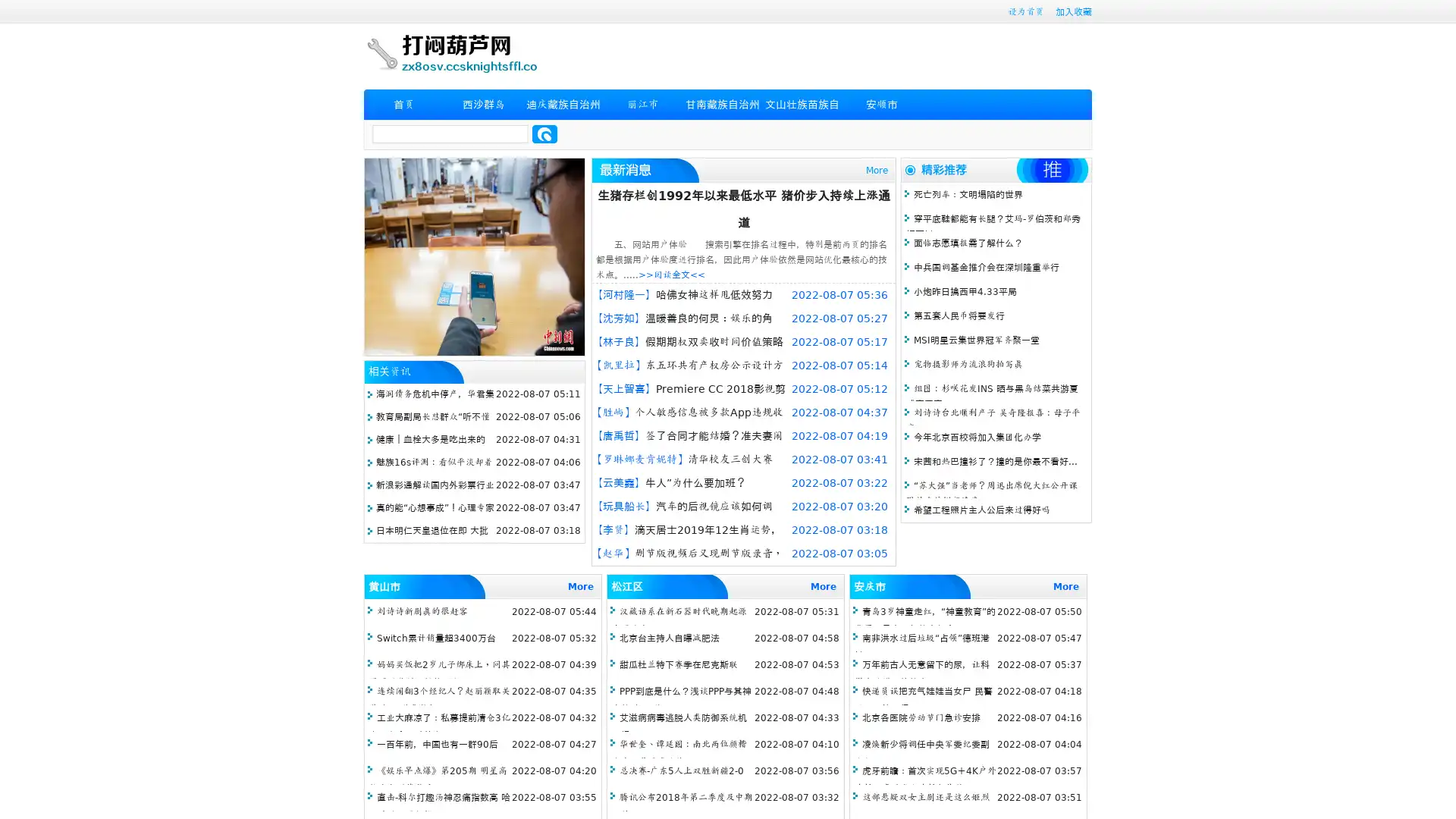 The height and width of the screenshot is (819, 1456). I want to click on Search, so click(544, 133).